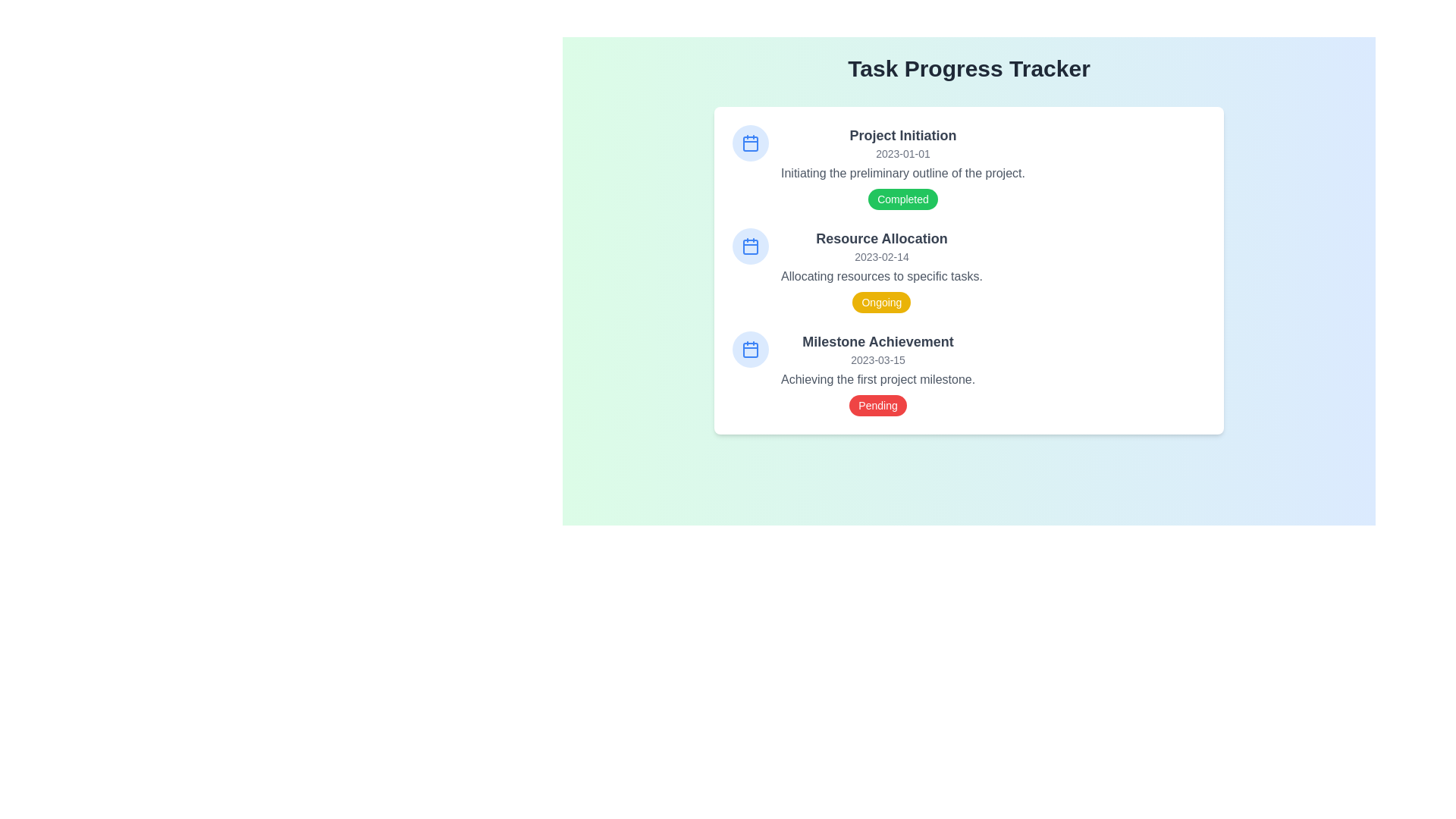  I want to click on the calendar icon represented by the SVG rectangle, which serves as the main body of the calendar, so click(750, 246).